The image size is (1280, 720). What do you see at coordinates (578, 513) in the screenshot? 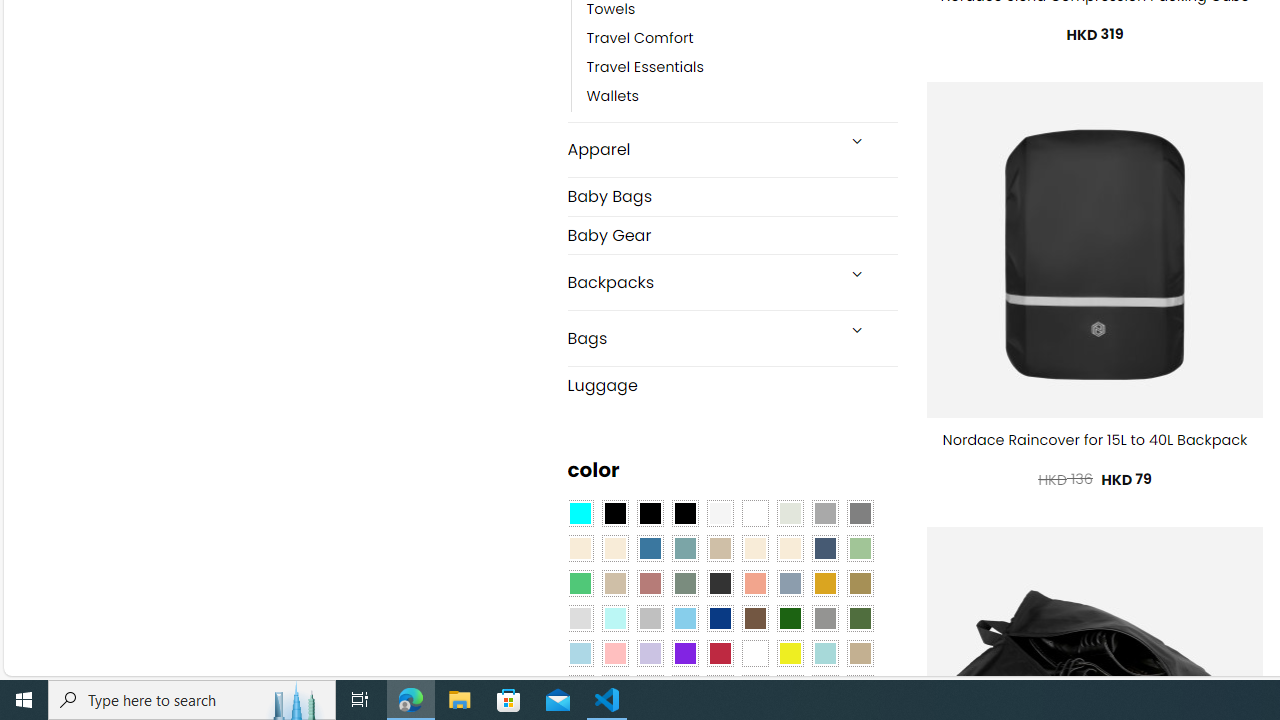
I see `'Aqua Blue'` at bounding box center [578, 513].